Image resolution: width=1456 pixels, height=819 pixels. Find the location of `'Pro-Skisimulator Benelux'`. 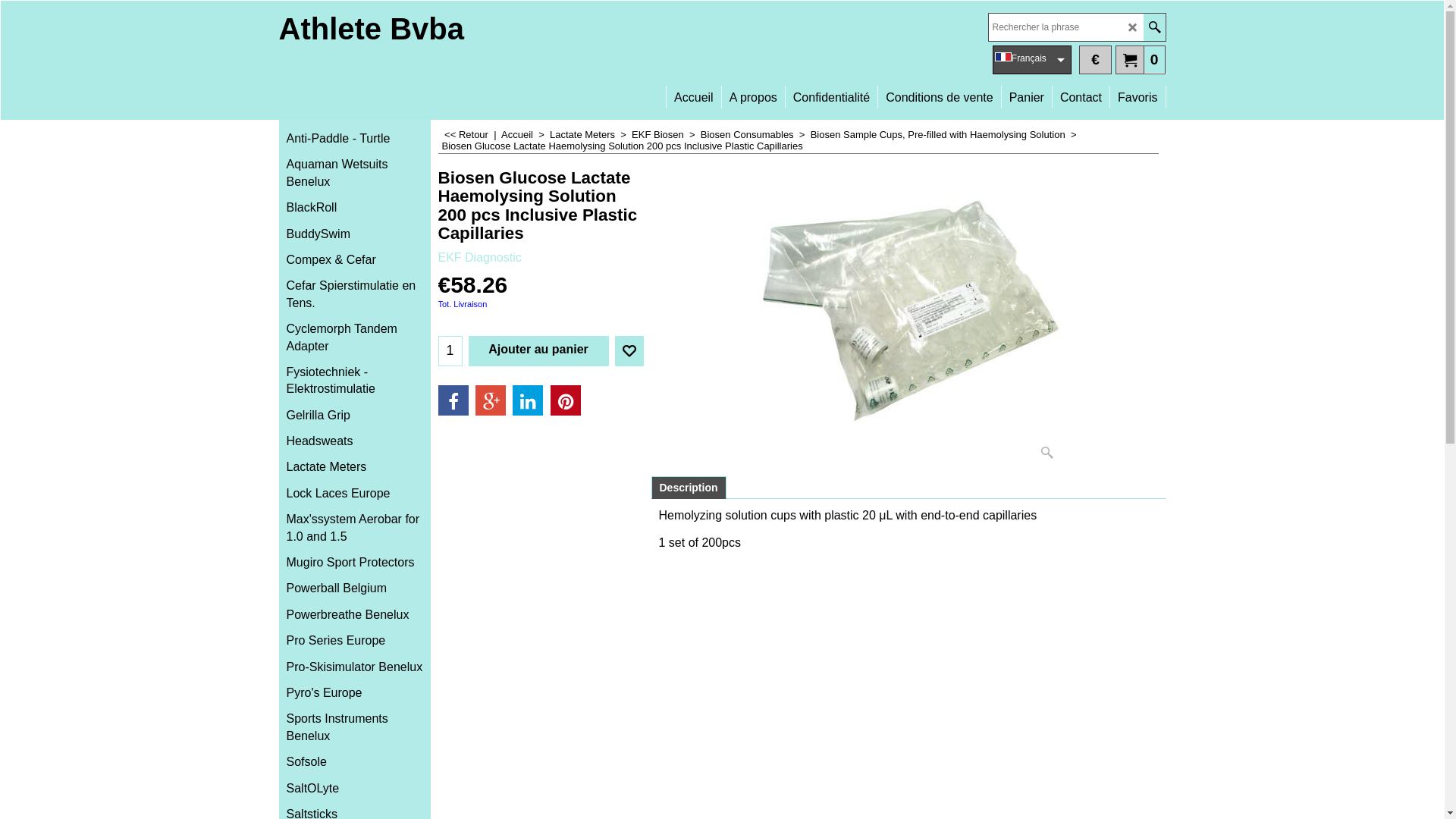

'Pro-Skisimulator Benelux' is located at coordinates (354, 666).